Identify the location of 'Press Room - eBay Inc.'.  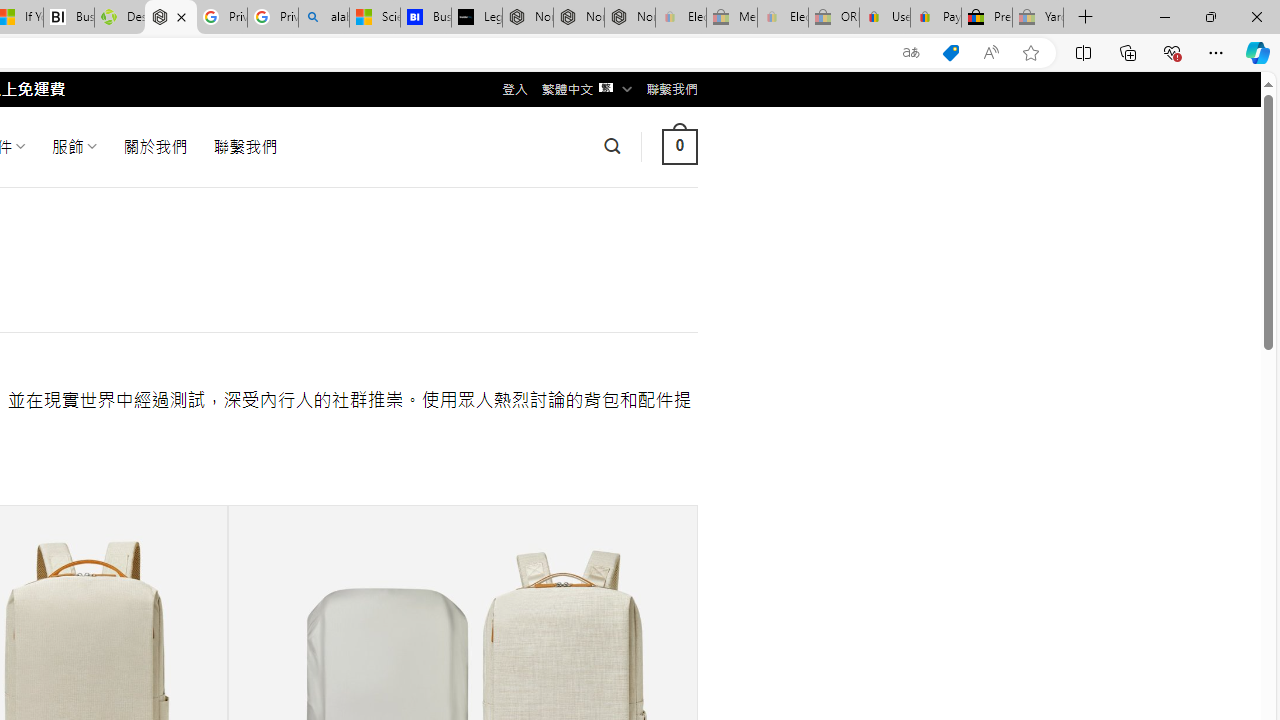
(987, 17).